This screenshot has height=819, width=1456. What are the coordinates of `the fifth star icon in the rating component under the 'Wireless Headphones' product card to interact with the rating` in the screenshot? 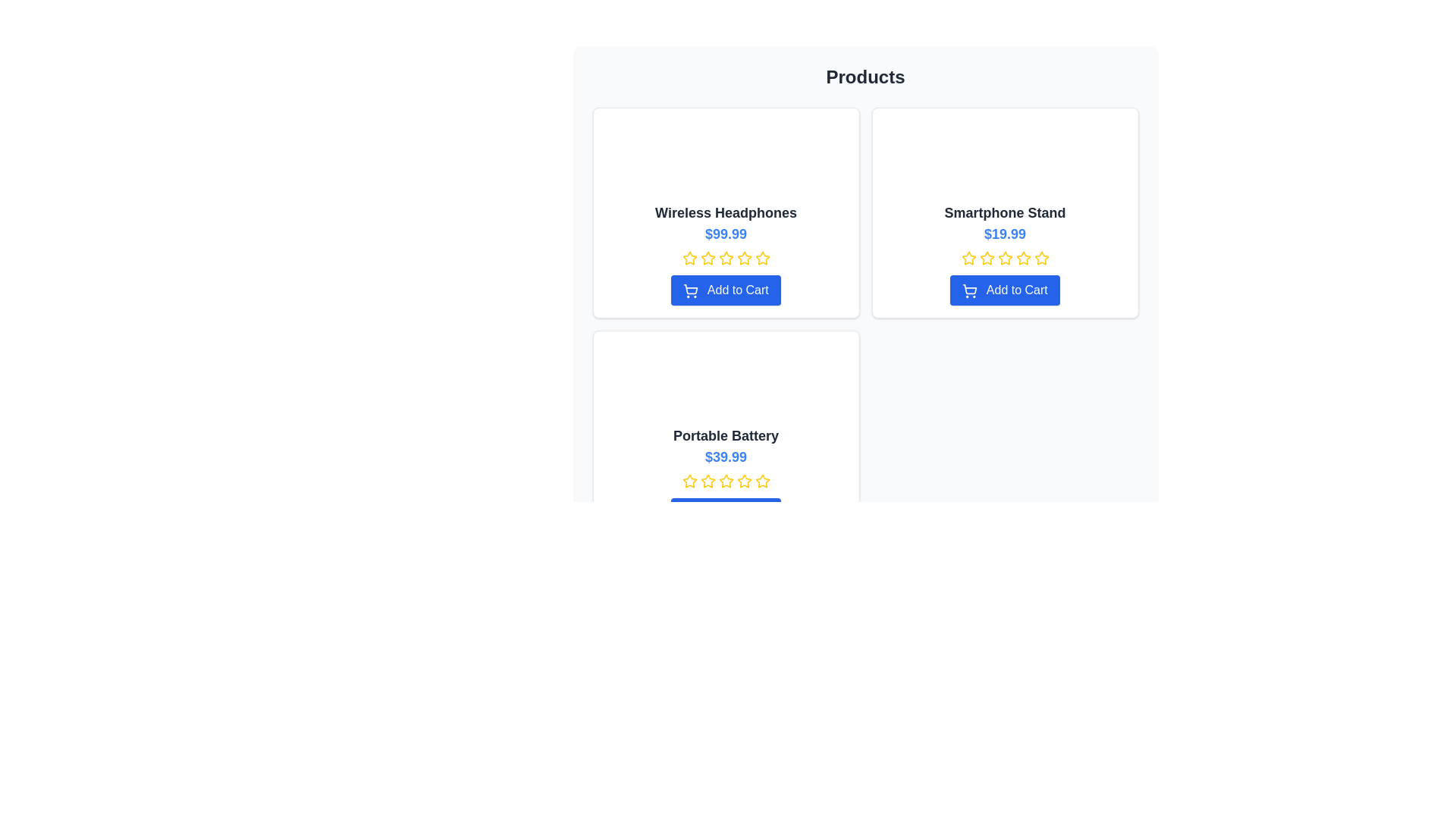 It's located at (762, 257).